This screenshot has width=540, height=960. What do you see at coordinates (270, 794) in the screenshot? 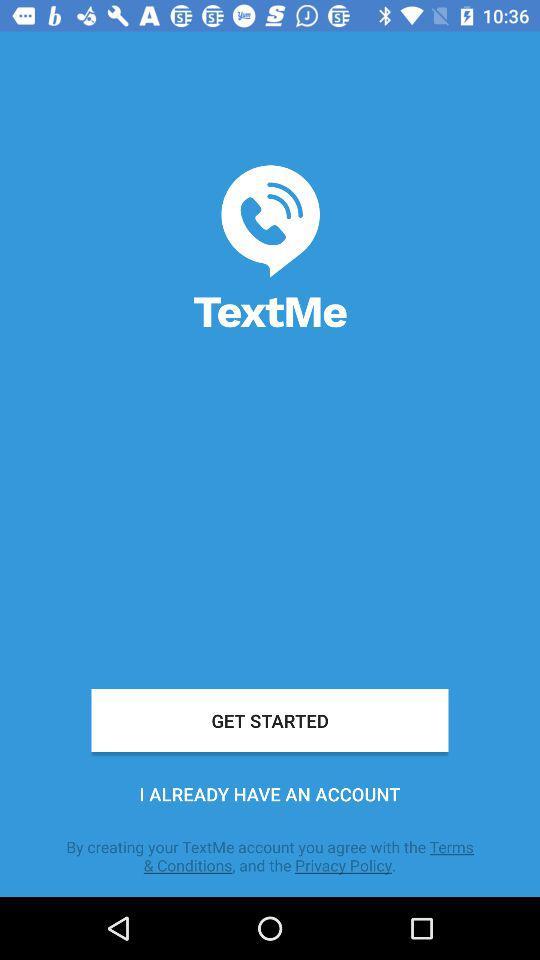
I see `item below get started item` at bounding box center [270, 794].